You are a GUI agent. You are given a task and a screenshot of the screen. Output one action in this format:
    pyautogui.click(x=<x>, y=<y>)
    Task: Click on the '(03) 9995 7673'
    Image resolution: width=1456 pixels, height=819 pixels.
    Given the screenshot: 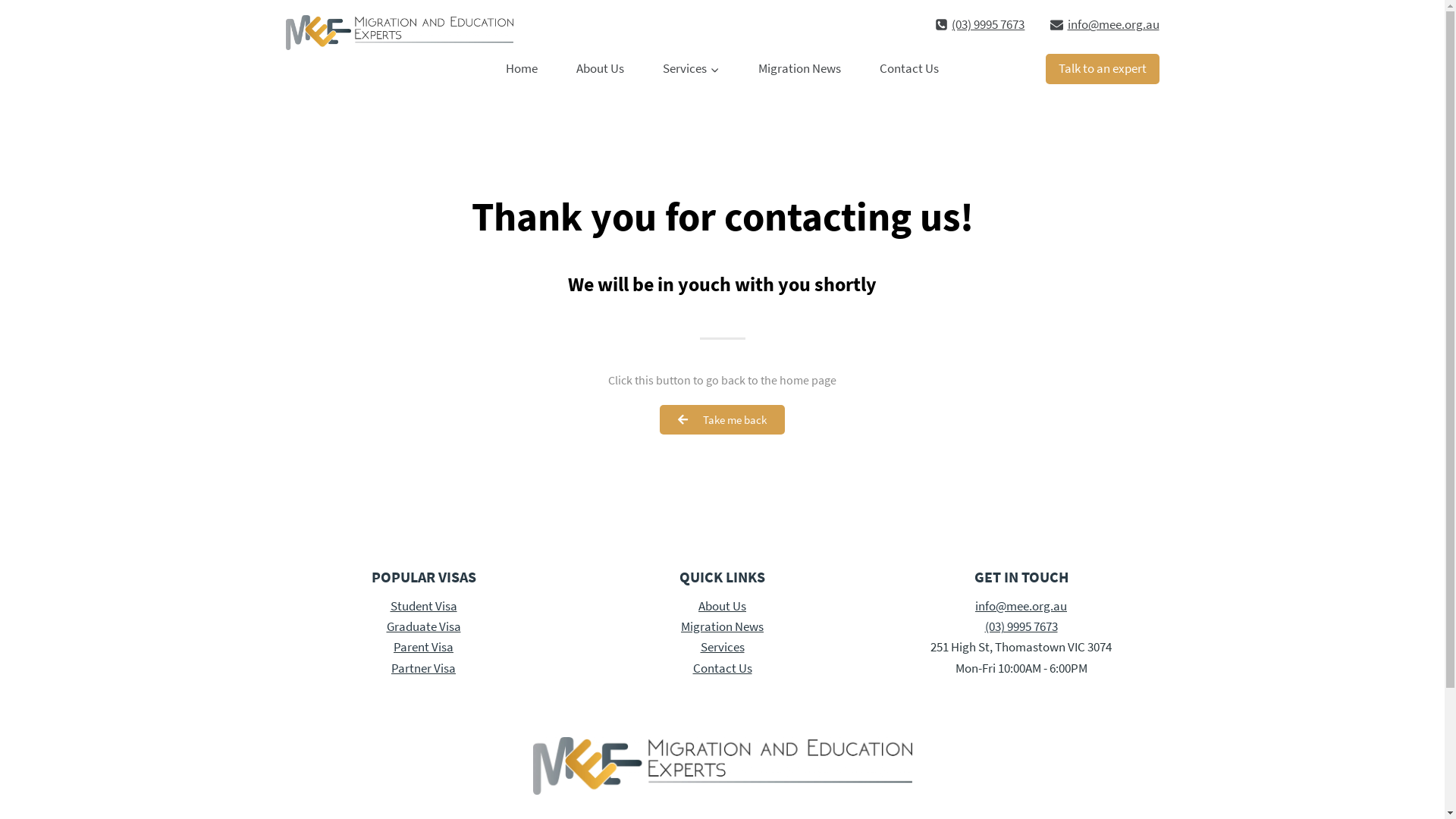 What is the action you would take?
    pyautogui.click(x=979, y=24)
    